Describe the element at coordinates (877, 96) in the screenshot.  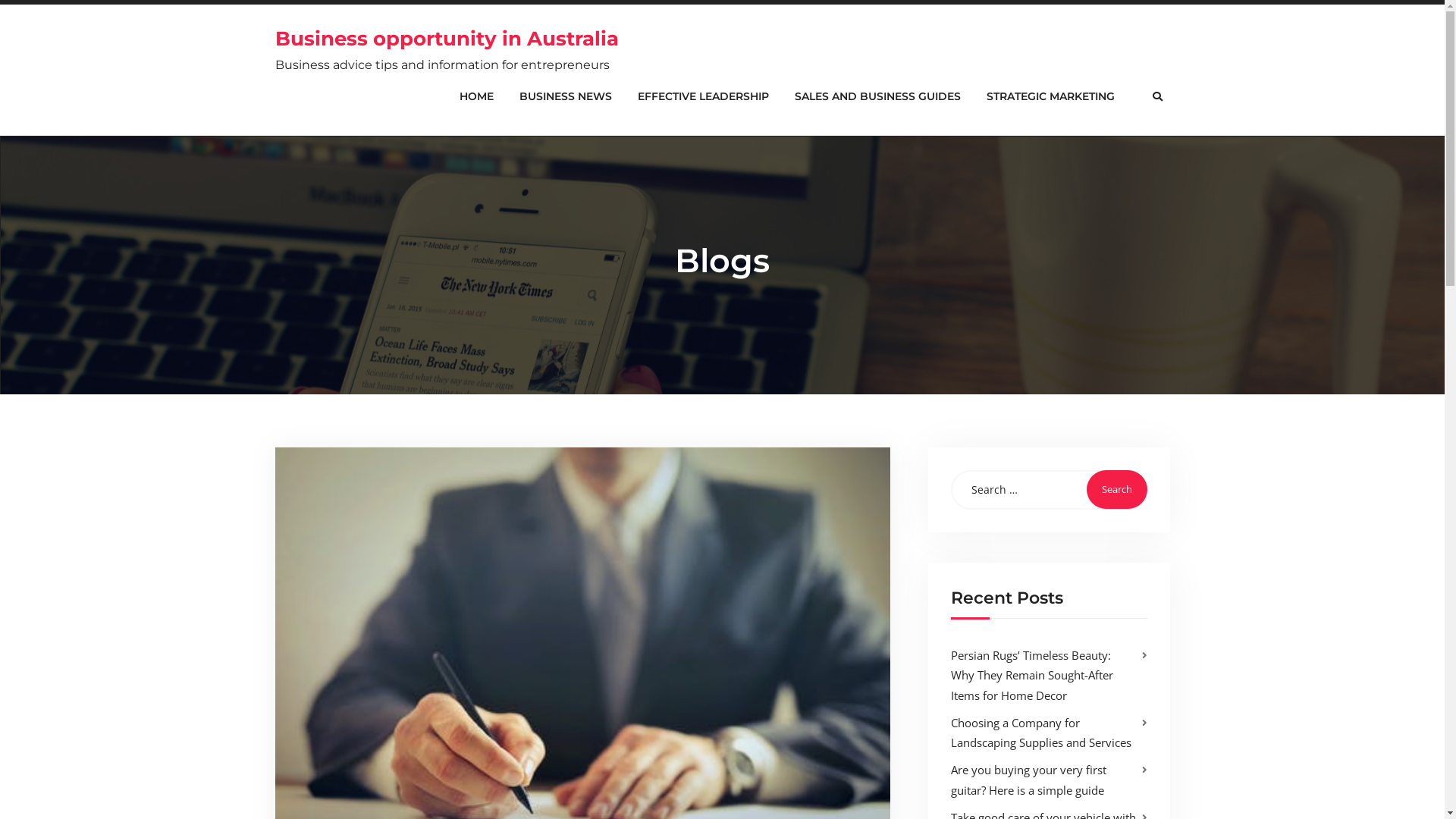
I see `'SALES AND BUSINESS GUIDES'` at that location.